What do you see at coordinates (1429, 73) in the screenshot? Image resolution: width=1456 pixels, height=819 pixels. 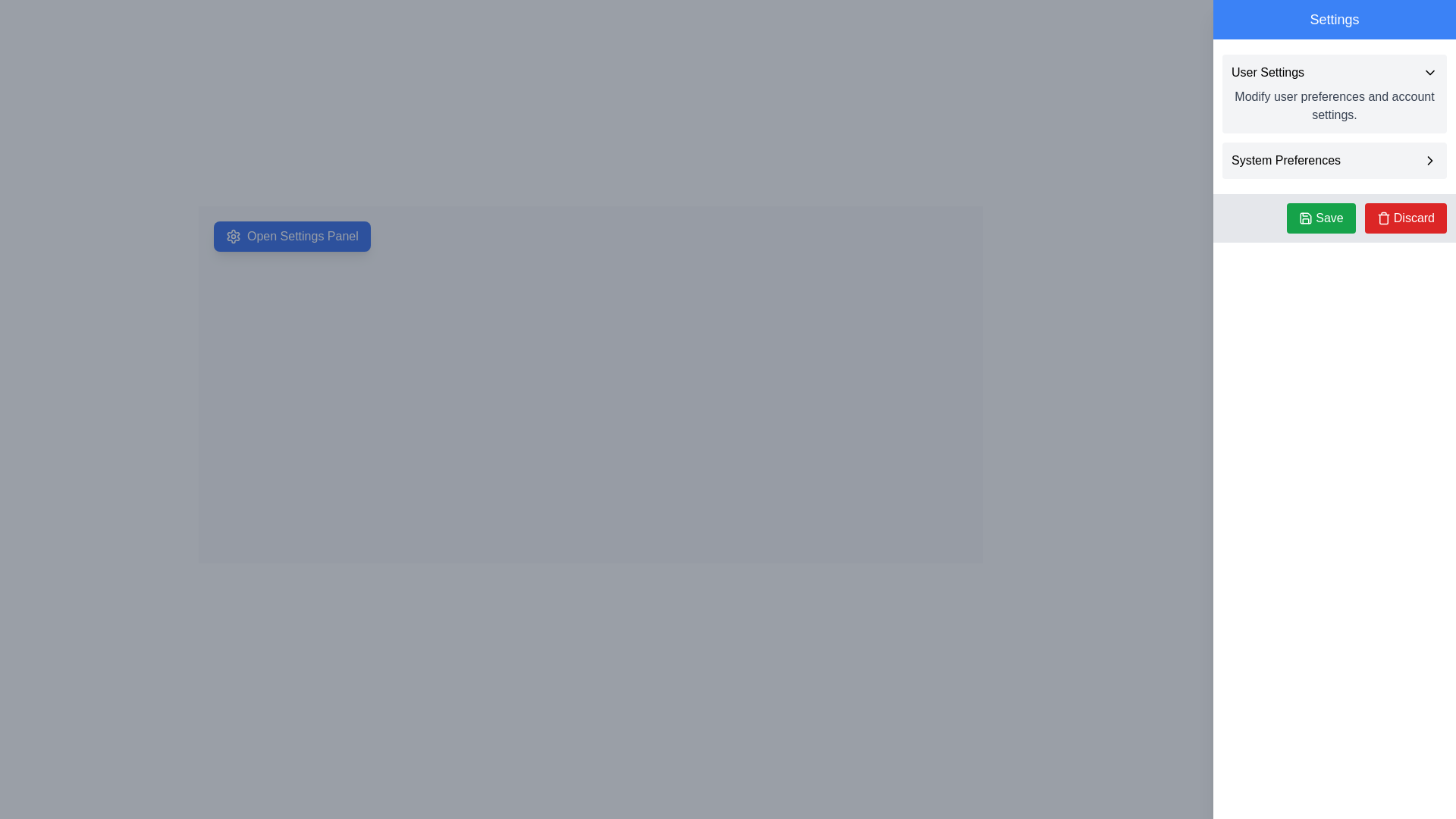 I see `the downward-pointing chevron icon with a black outline located to the right of the 'User Settings' text` at bounding box center [1429, 73].